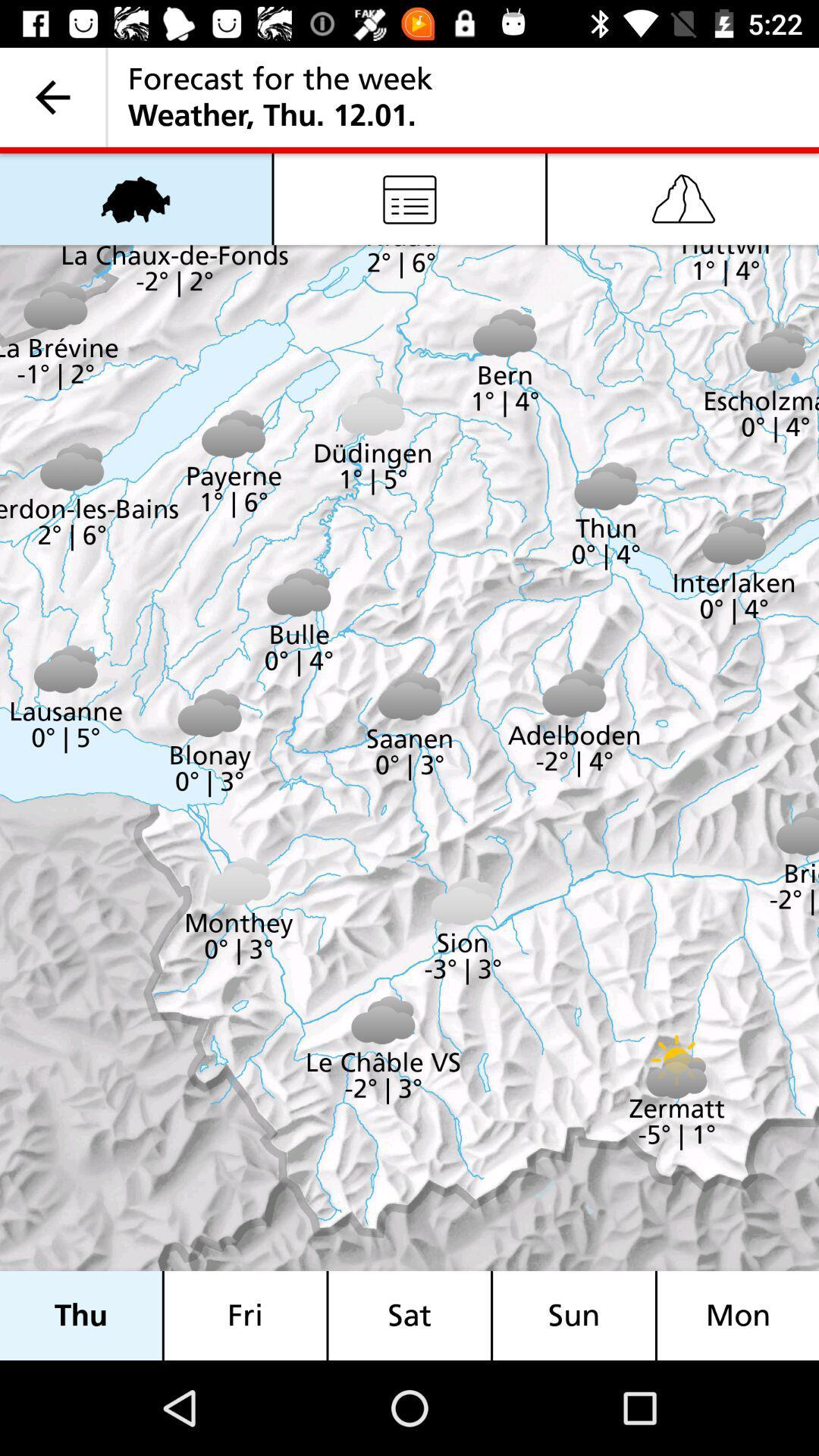 The width and height of the screenshot is (819, 1456). I want to click on item to the right of the sun item, so click(737, 1315).